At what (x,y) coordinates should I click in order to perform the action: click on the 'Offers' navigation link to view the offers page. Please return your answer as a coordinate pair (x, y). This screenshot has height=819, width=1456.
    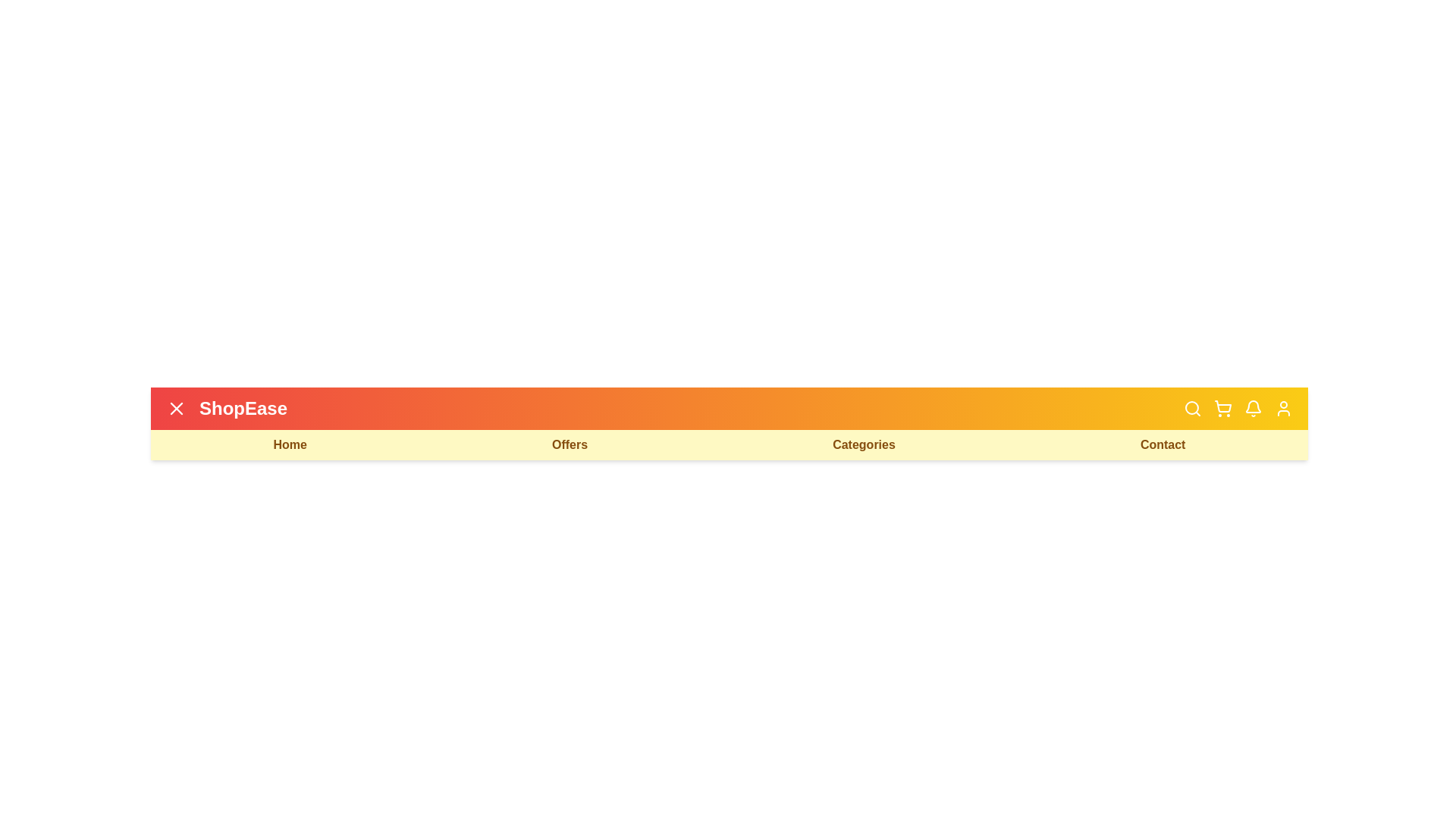
    Looking at the image, I should click on (568, 444).